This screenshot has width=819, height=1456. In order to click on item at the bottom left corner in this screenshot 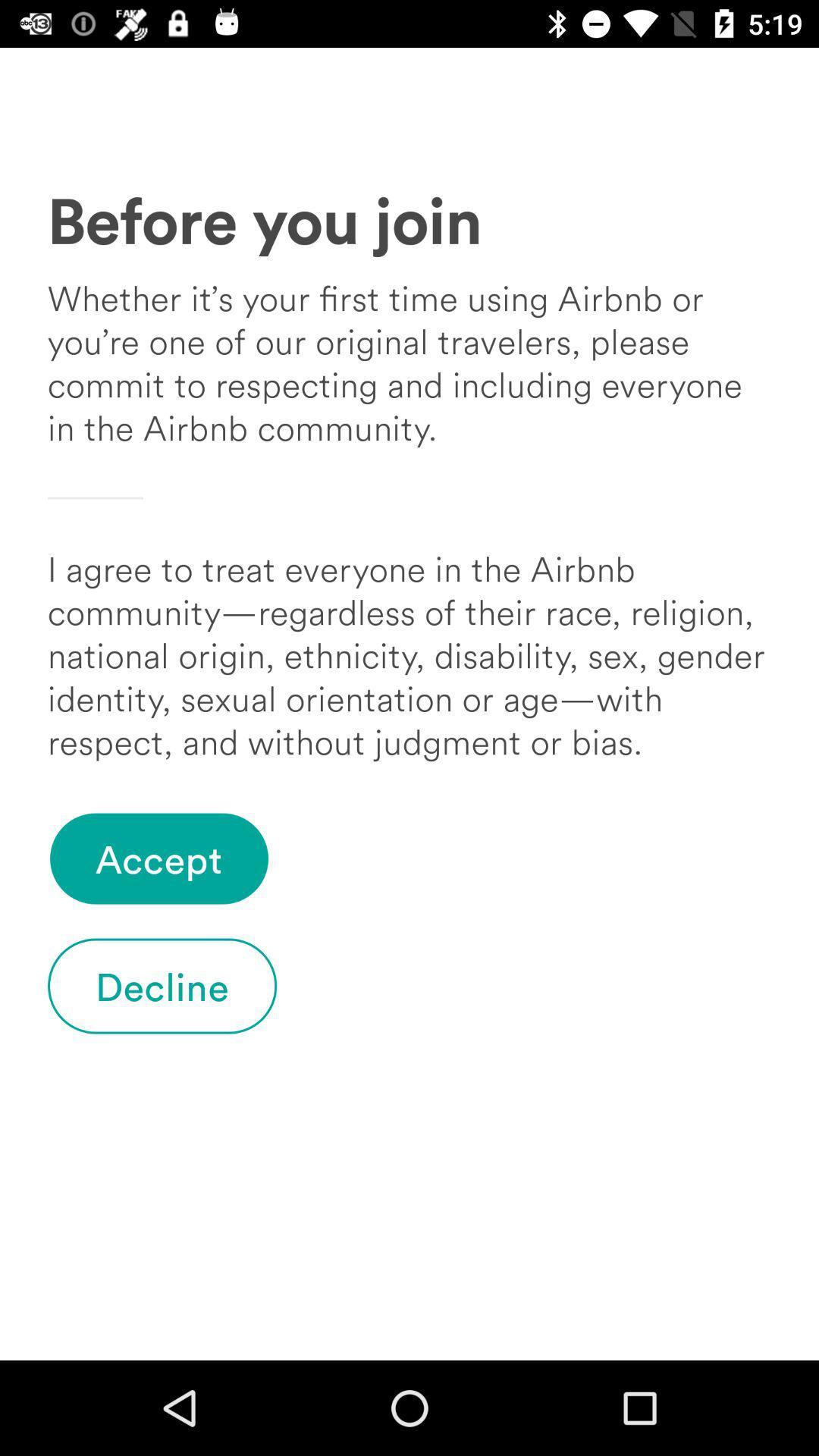, I will do `click(162, 986)`.